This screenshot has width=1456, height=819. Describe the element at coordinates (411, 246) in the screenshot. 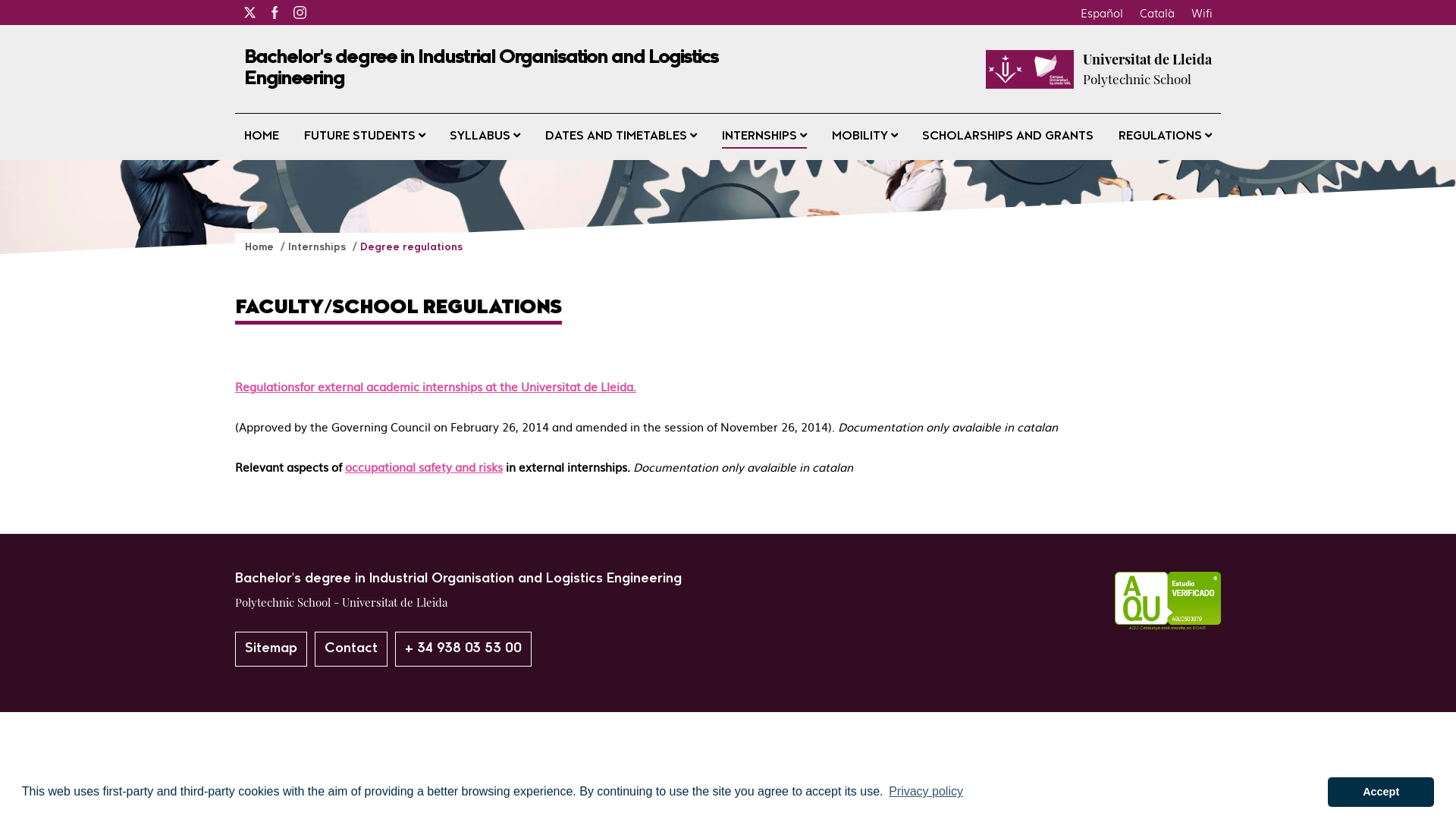

I see `'Degree regulations'` at that location.